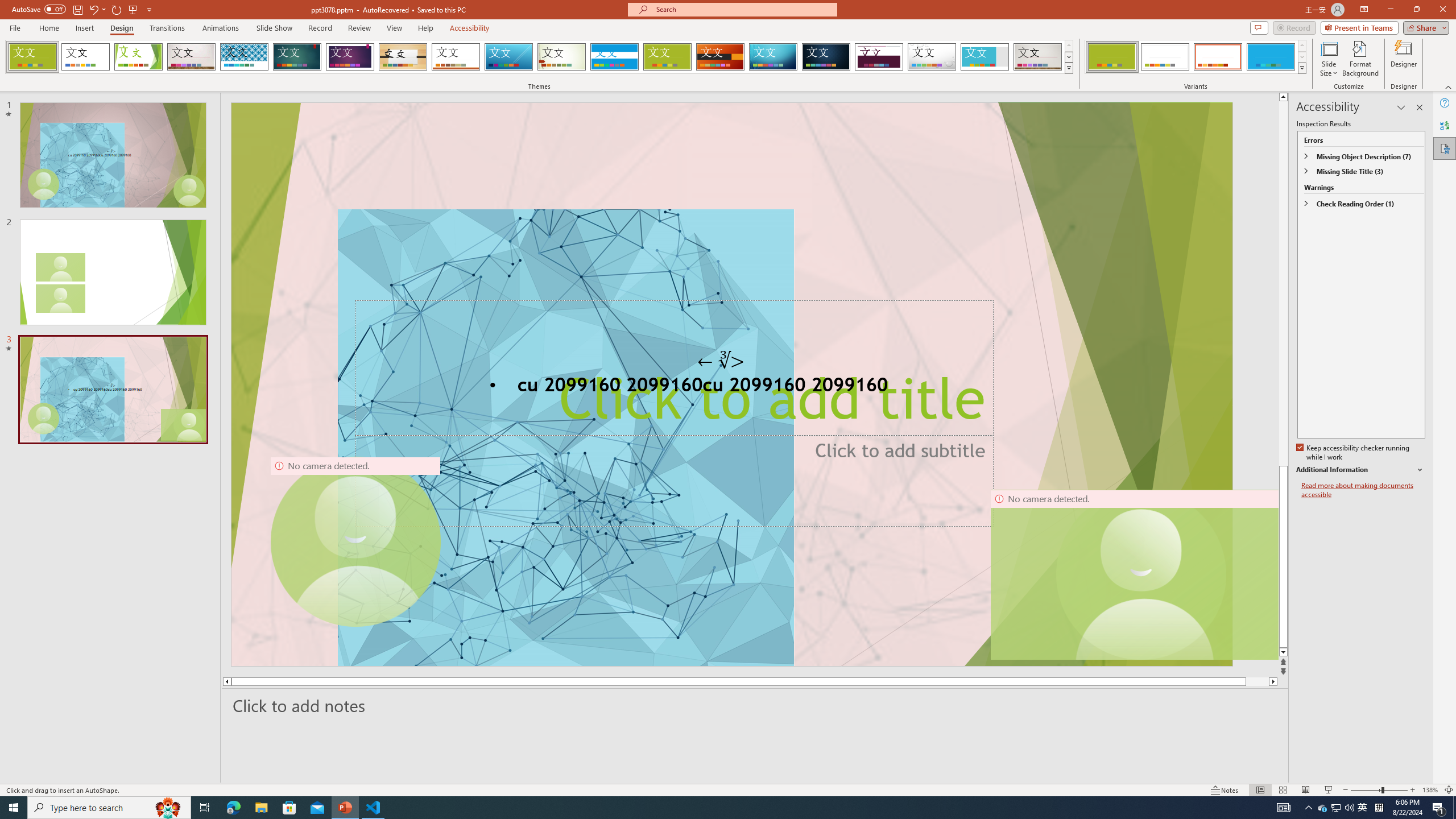 The image size is (1456, 819). What do you see at coordinates (1069, 67) in the screenshot?
I see `'Themes'` at bounding box center [1069, 67].